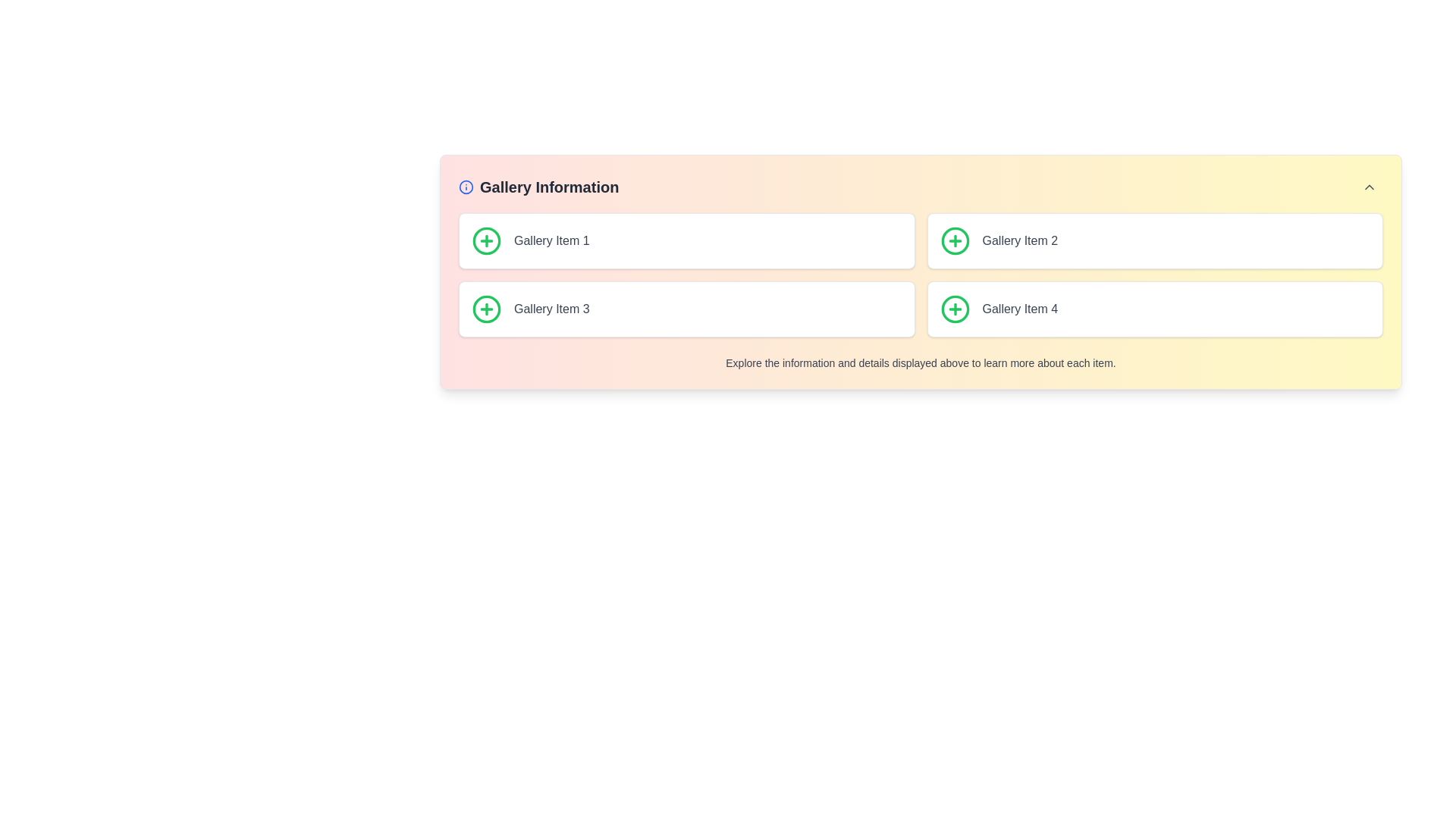 The height and width of the screenshot is (819, 1456). Describe the element at coordinates (954, 240) in the screenshot. I see `the circular button with a plus symbol, located to the left of 'Gallery Item 2'` at that location.